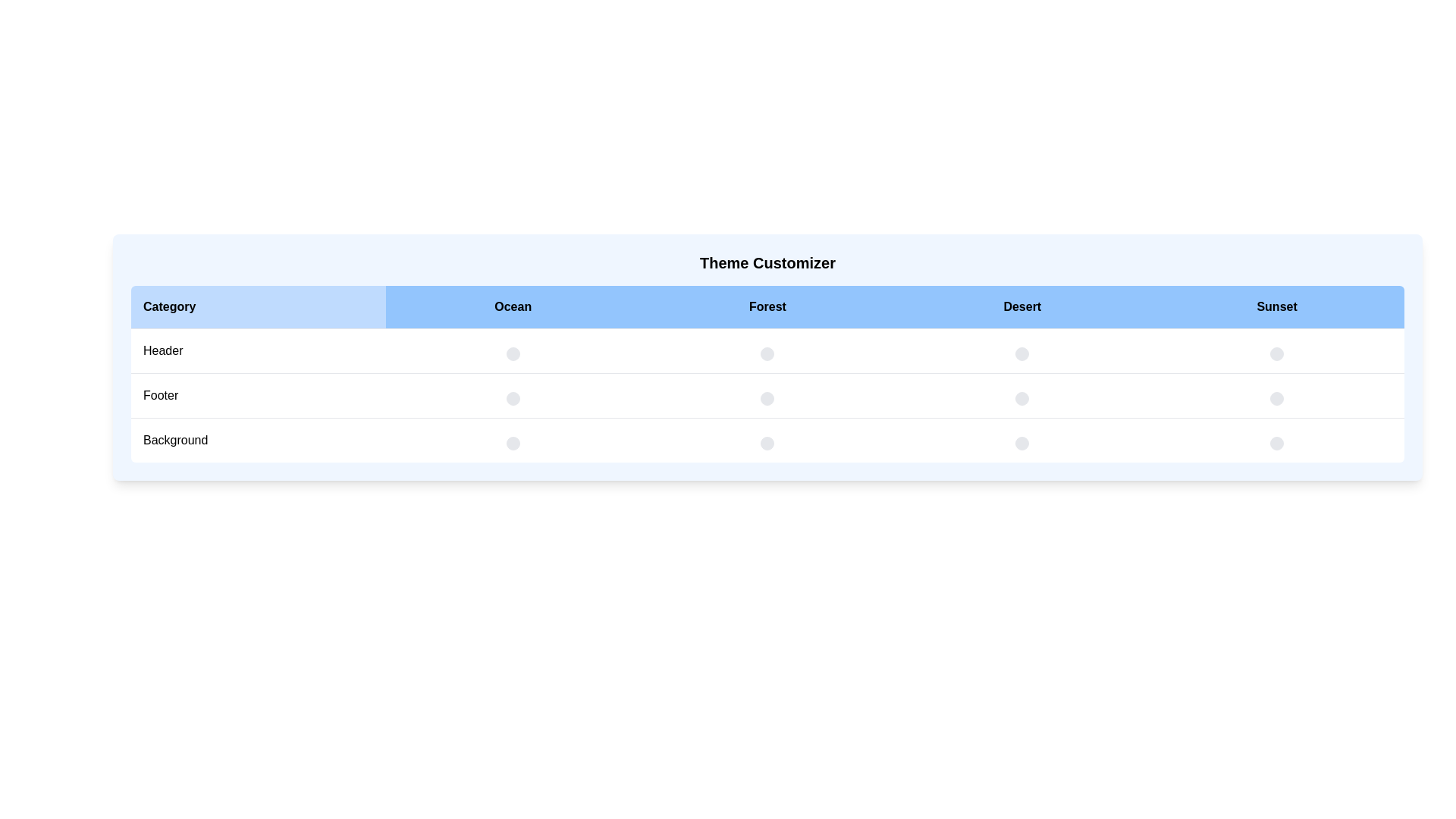 The width and height of the screenshot is (1456, 819). Describe the element at coordinates (1276, 444) in the screenshot. I see `the toggle button located in the bottom row of the grid under the 'Sunset' column` at that location.